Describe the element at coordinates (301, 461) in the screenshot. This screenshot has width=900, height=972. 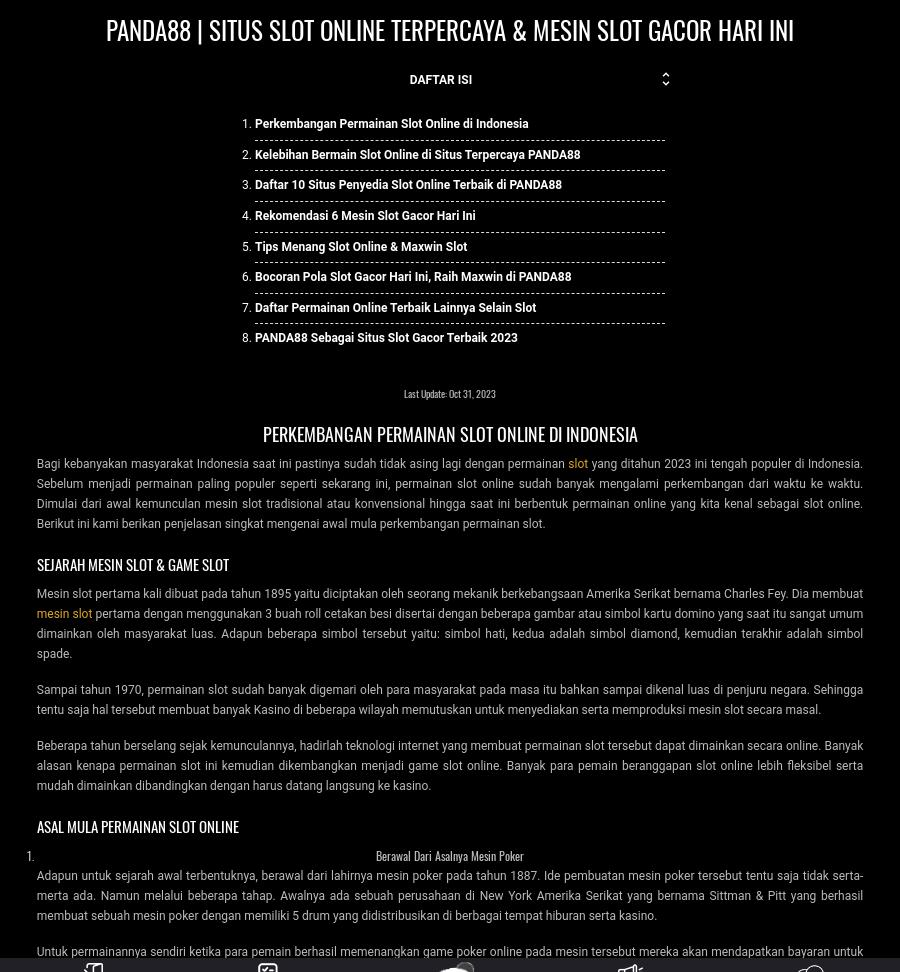
I see `'Bagi kebanyakan masyarakat Indonesia saat ini pastinya sudah tidak asing lagi dengan permainan'` at that location.